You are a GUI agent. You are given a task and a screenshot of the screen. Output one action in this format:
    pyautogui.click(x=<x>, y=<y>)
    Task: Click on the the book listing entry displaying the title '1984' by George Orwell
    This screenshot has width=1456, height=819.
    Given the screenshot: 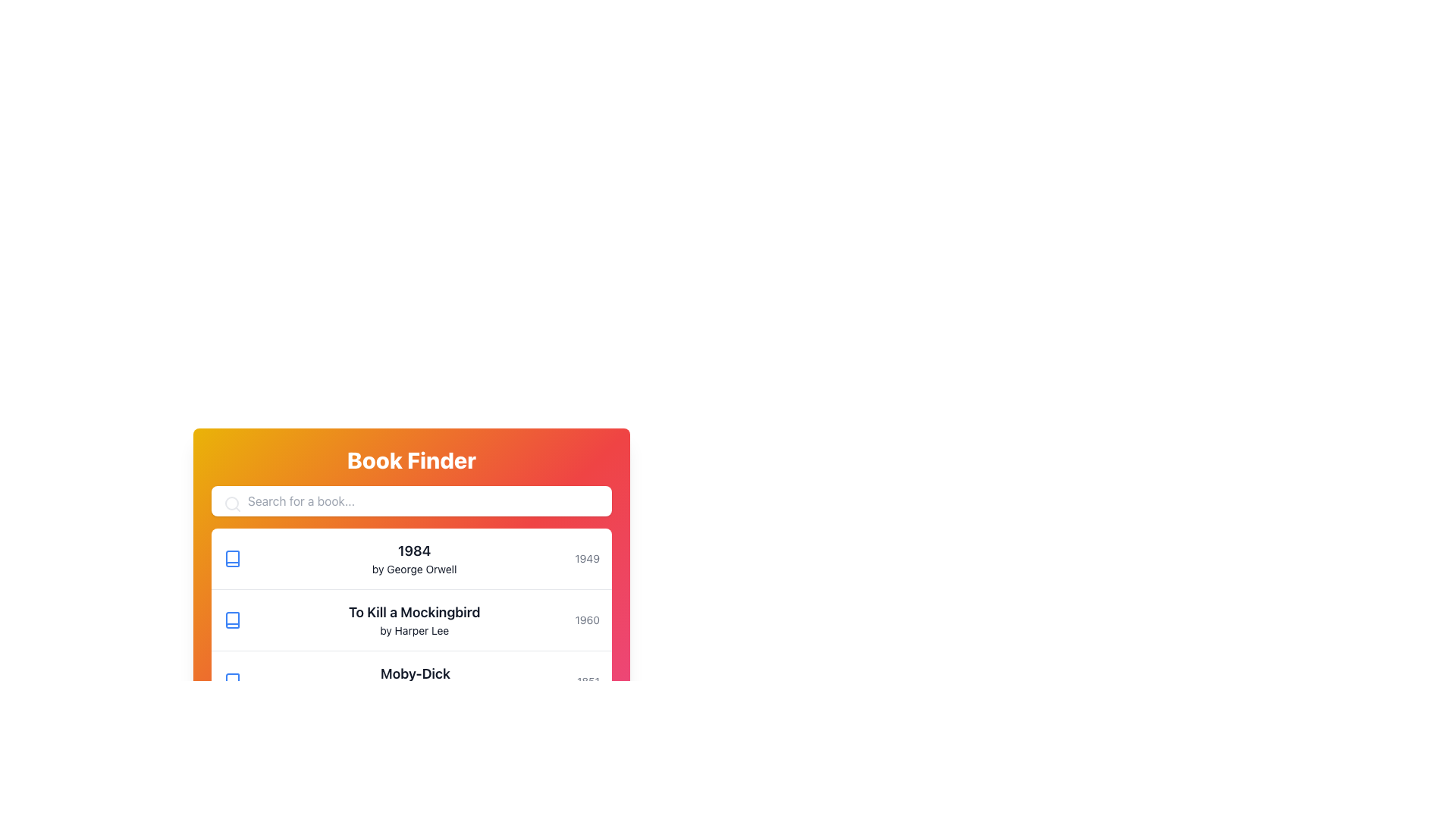 What is the action you would take?
    pyautogui.click(x=414, y=558)
    